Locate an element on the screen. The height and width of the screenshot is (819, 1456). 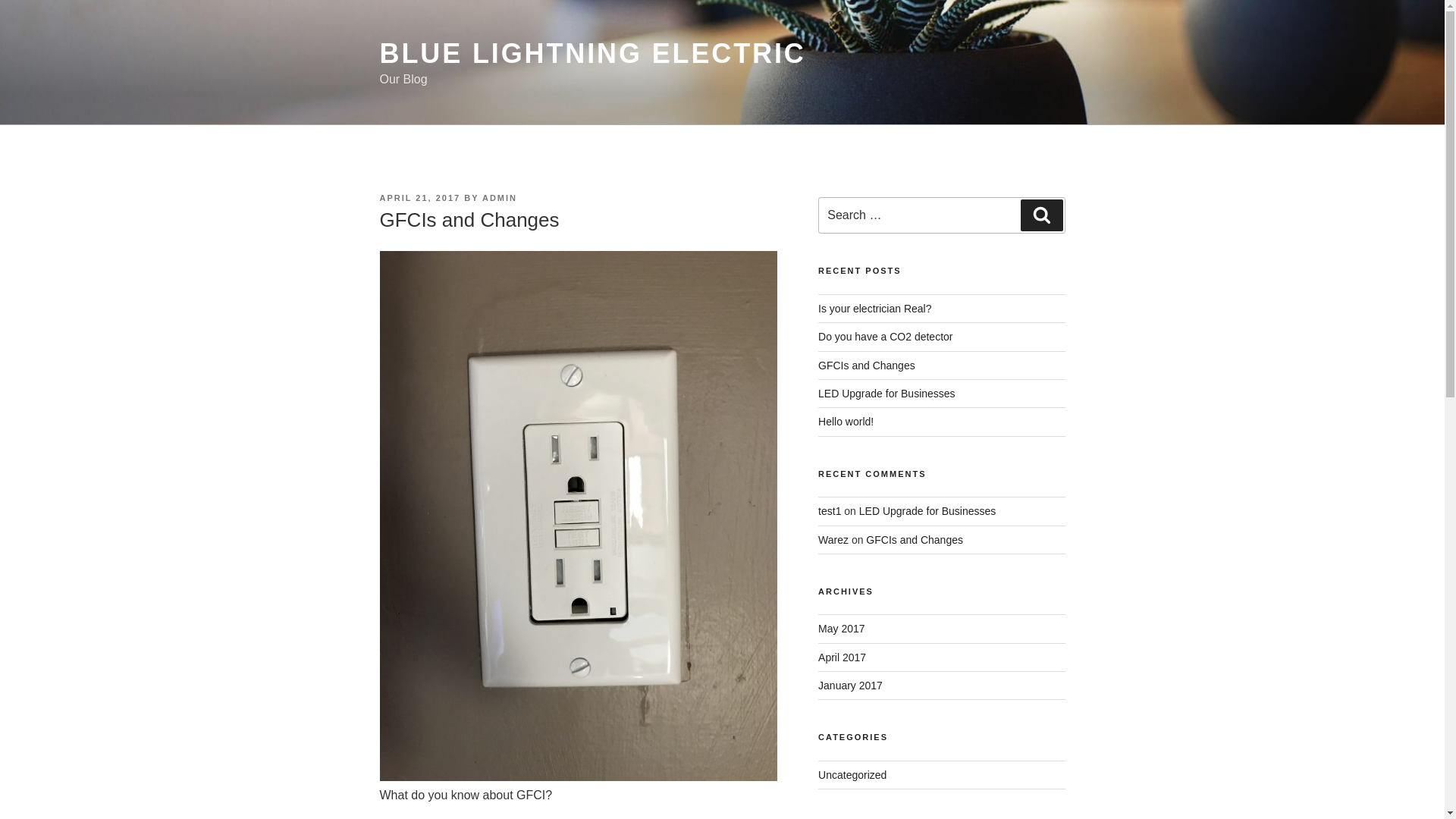
'BLUE LIGHTNING ELECTRIC' is located at coordinates (591, 52).